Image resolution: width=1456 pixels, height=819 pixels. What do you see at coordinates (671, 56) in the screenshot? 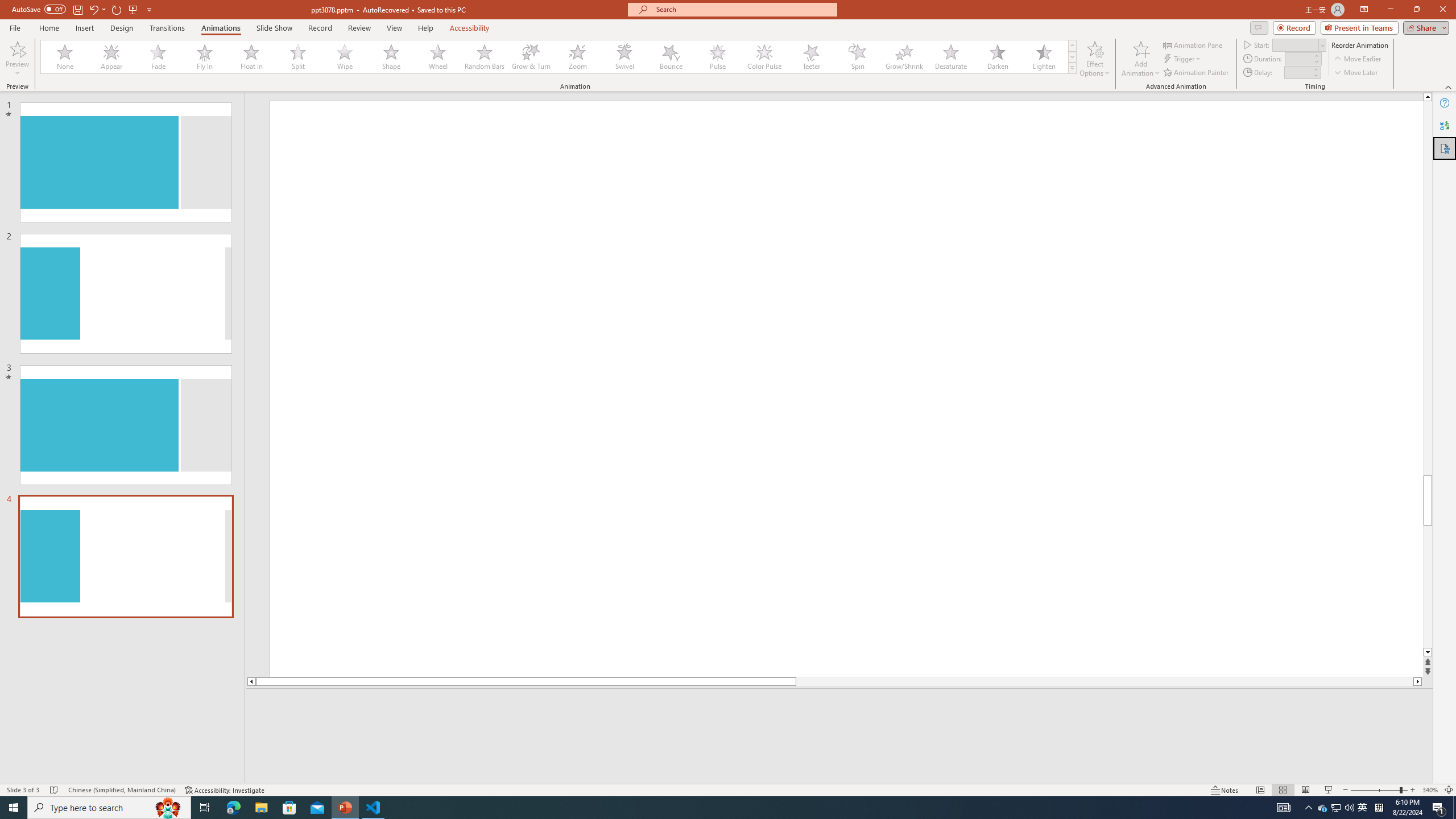
I see `'Bounce'` at bounding box center [671, 56].